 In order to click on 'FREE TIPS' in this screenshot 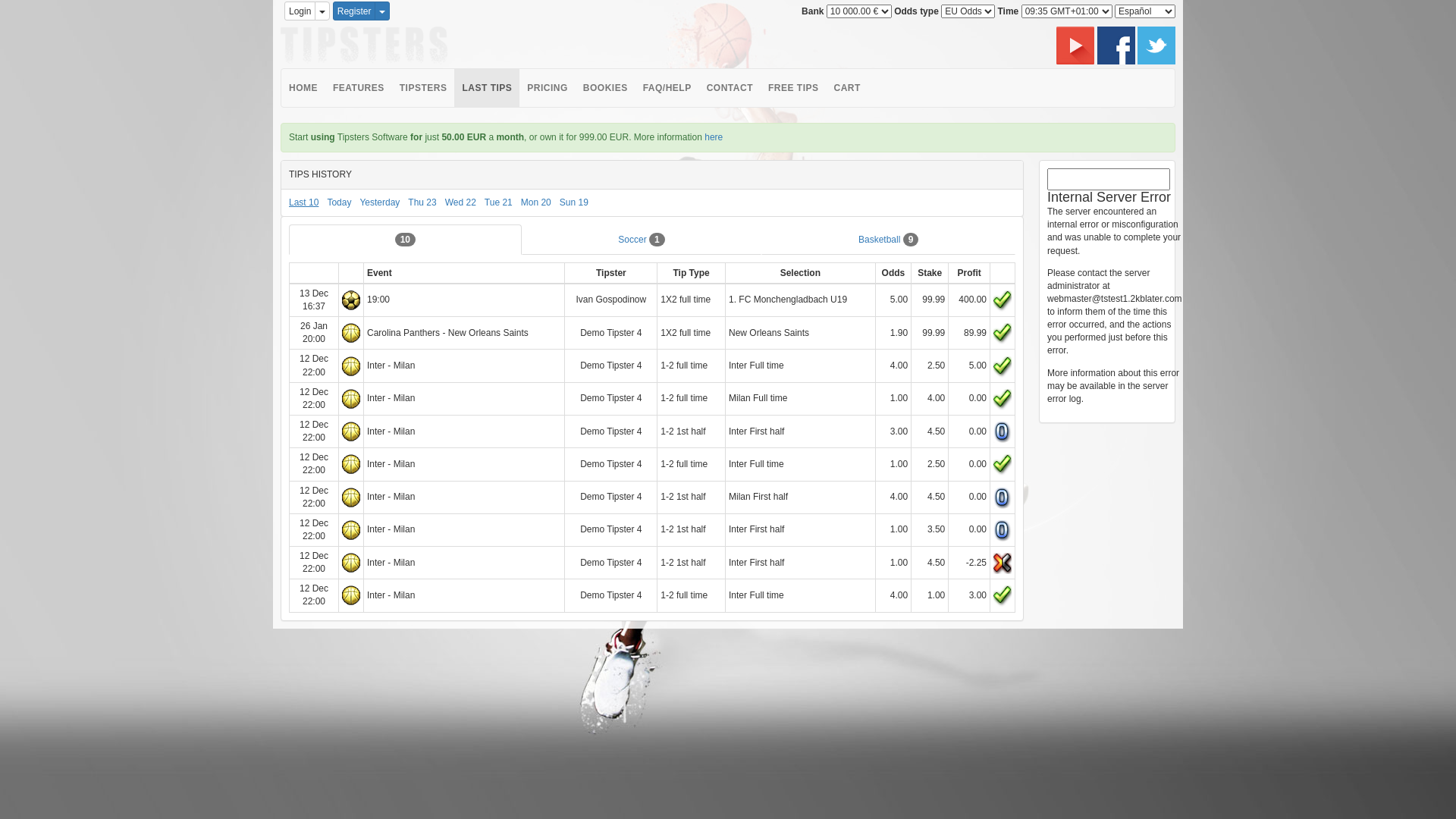, I will do `click(792, 87)`.